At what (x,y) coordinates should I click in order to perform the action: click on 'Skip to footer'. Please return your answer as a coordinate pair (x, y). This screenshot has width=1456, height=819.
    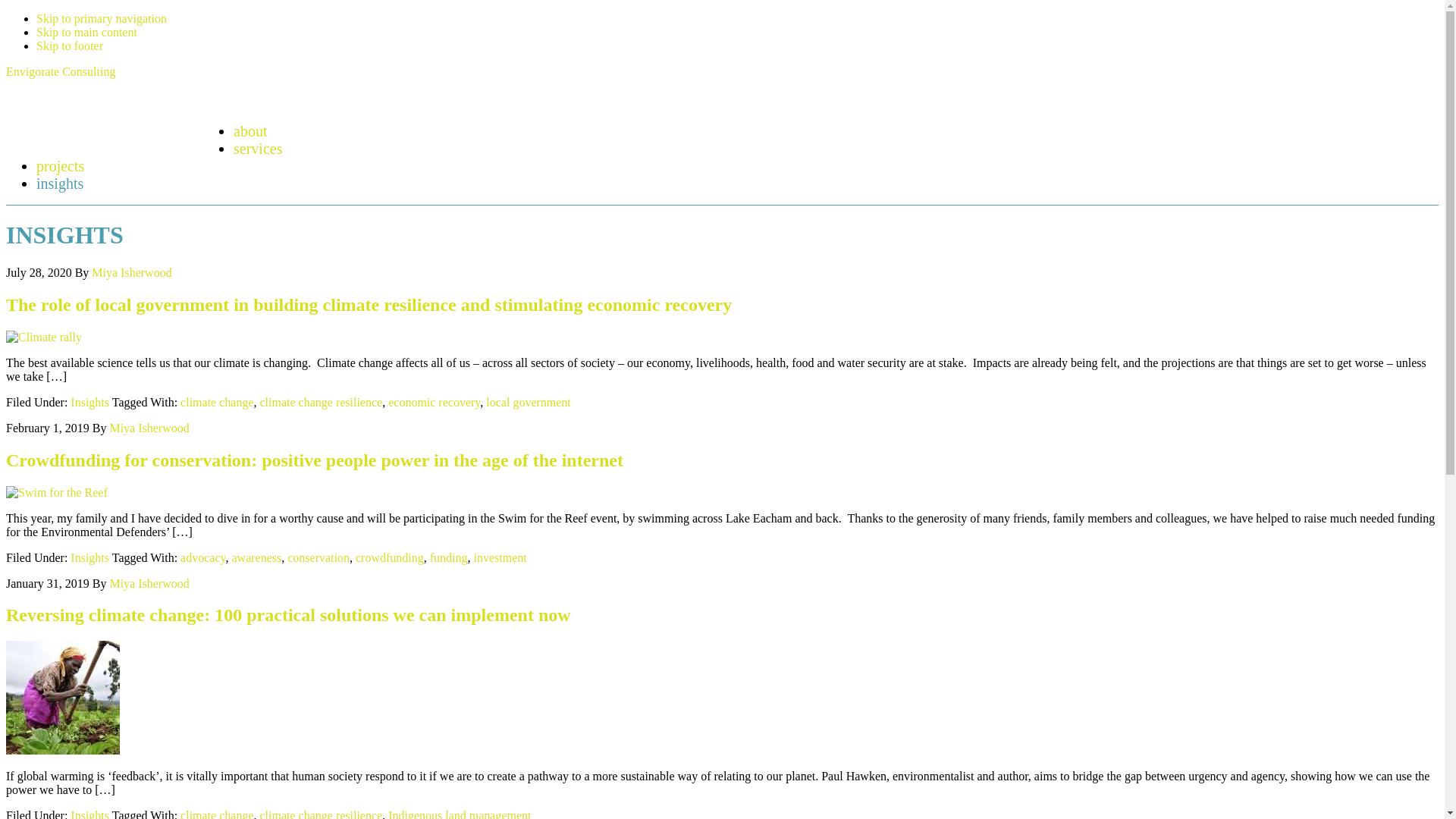
    Looking at the image, I should click on (68, 45).